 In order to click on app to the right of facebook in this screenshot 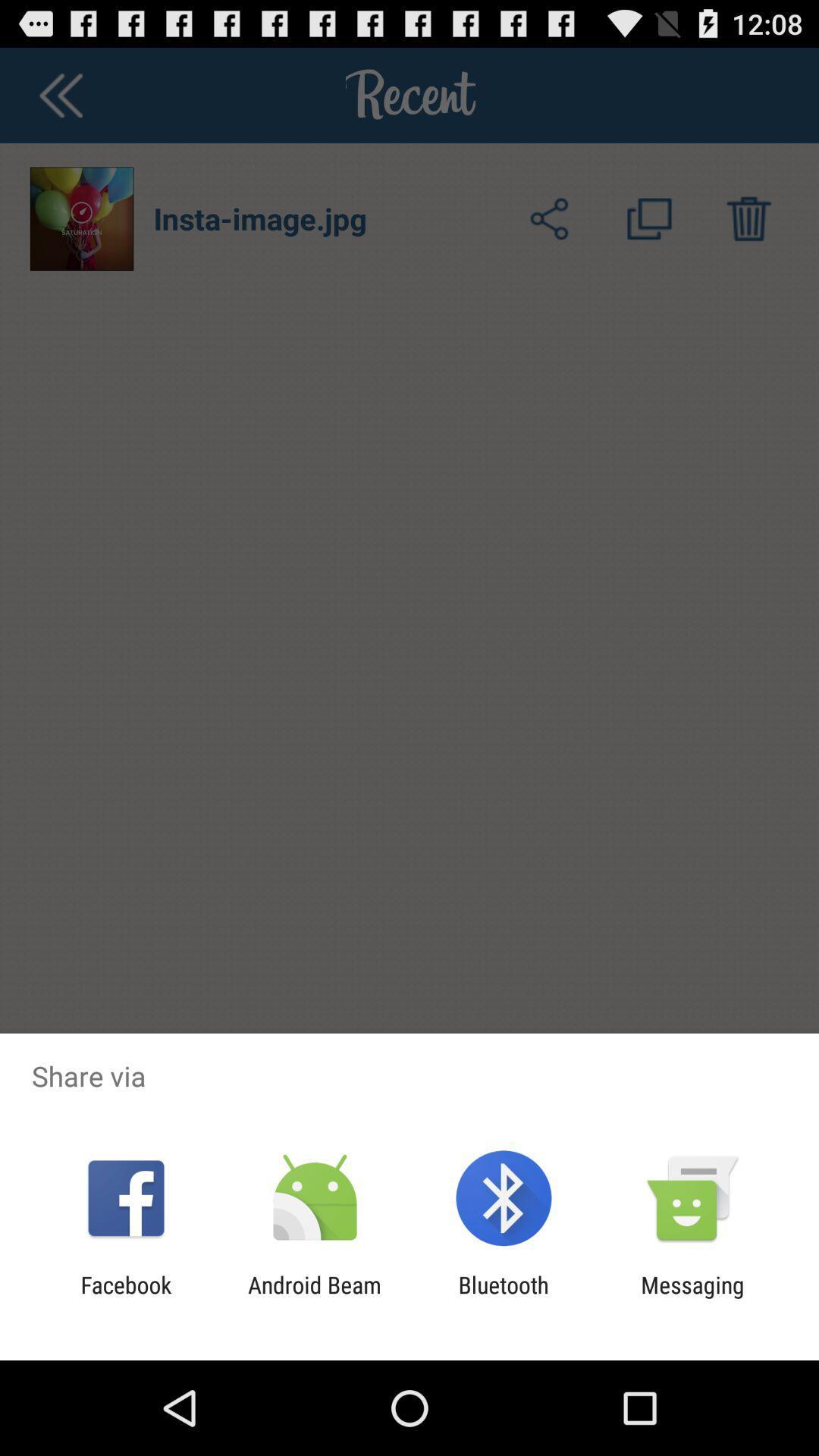, I will do `click(314, 1298)`.